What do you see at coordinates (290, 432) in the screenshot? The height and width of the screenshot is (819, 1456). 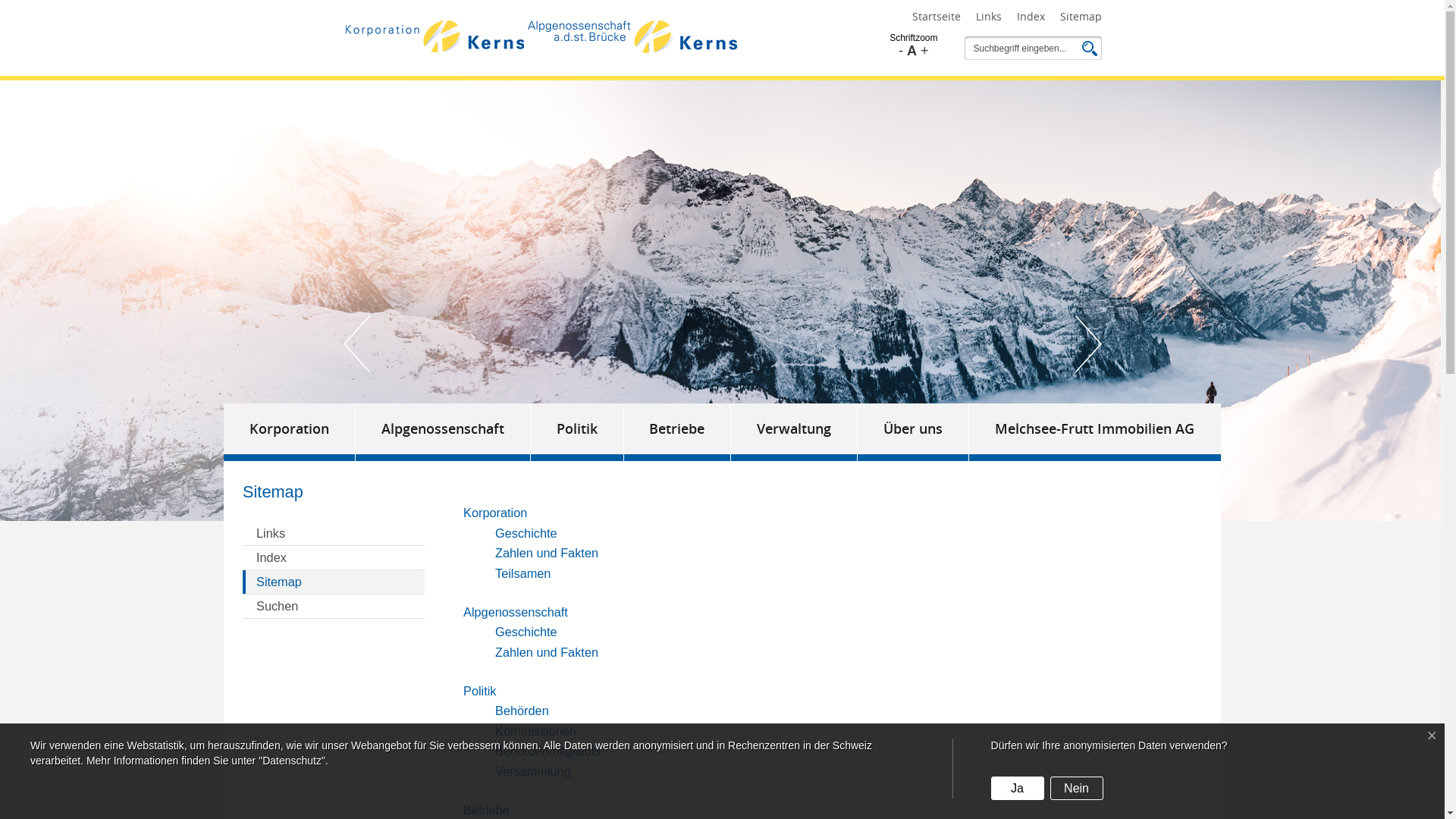 I see `'Korporation'` at bounding box center [290, 432].